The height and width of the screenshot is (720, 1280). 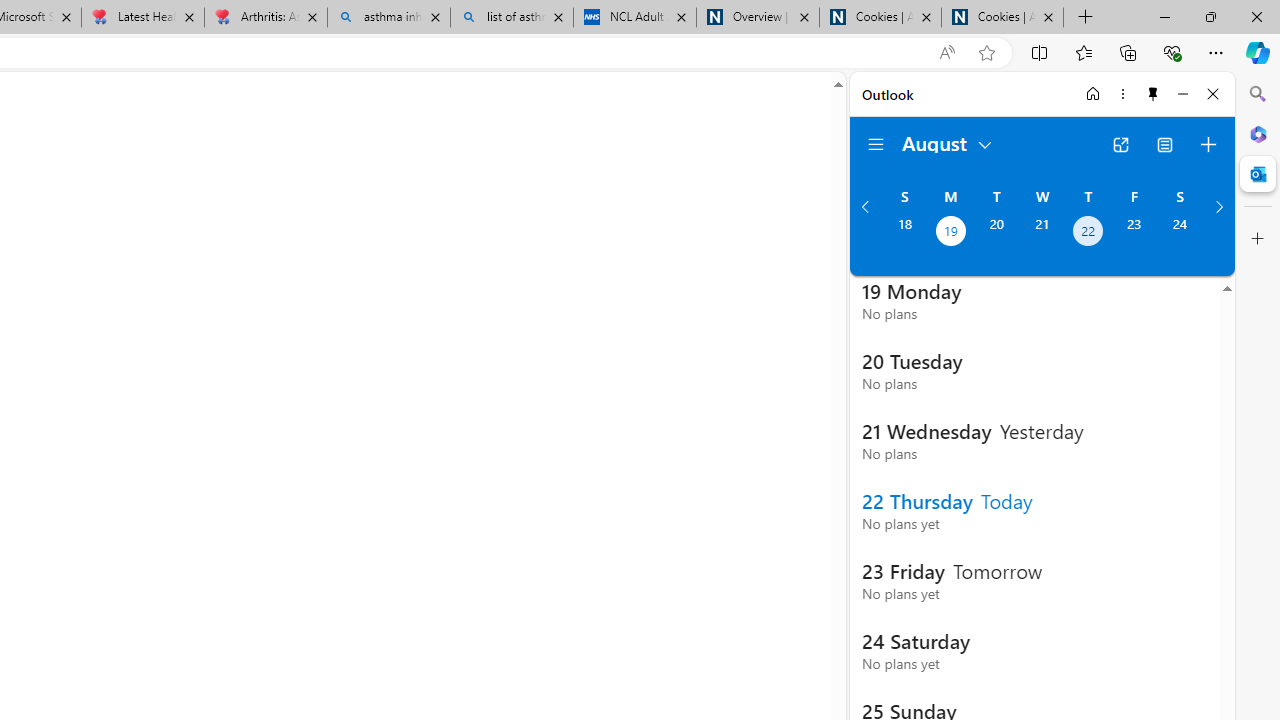 What do you see at coordinates (1087, 232) in the screenshot?
I see `'Thursday, August 22, 2024. Today. '` at bounding box center [1087, 232].